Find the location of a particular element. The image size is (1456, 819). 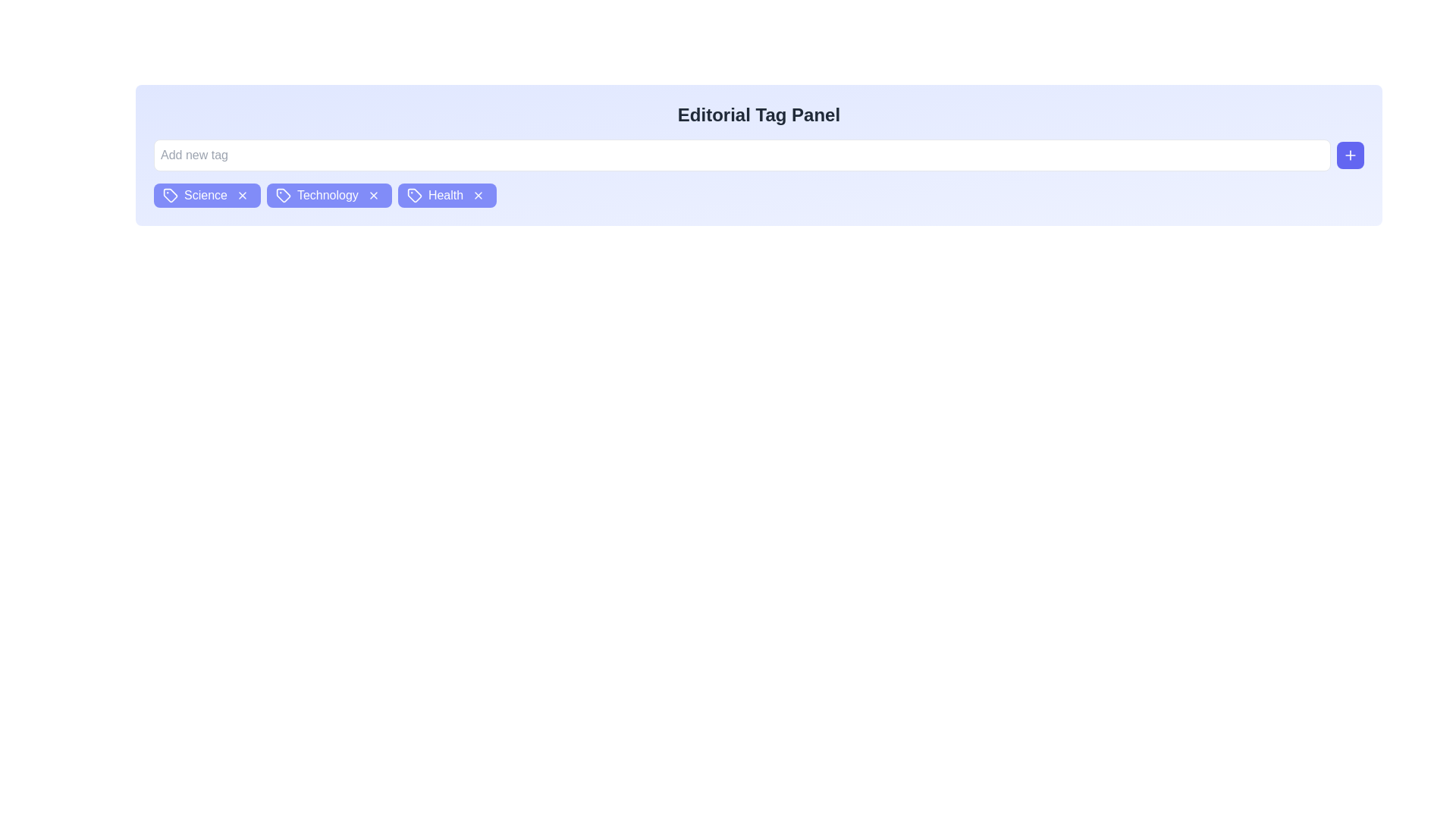

the 'Health' icon that visually represents the tag labeled 'Health', which is positioned to the left of the text 'Health' is located at coordinates (414, 195).